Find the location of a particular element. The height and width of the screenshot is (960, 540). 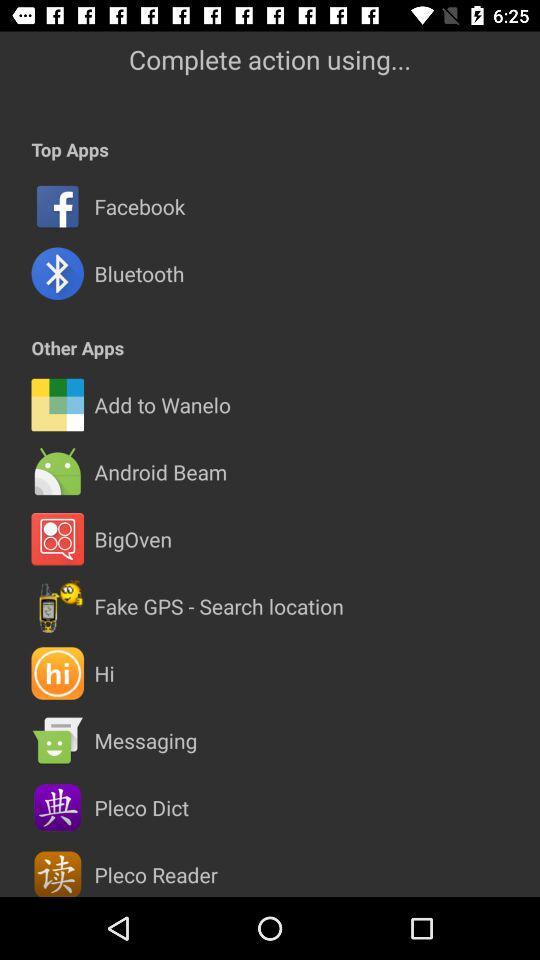

icon above the other apps icon is located at coordinates (138, 272).